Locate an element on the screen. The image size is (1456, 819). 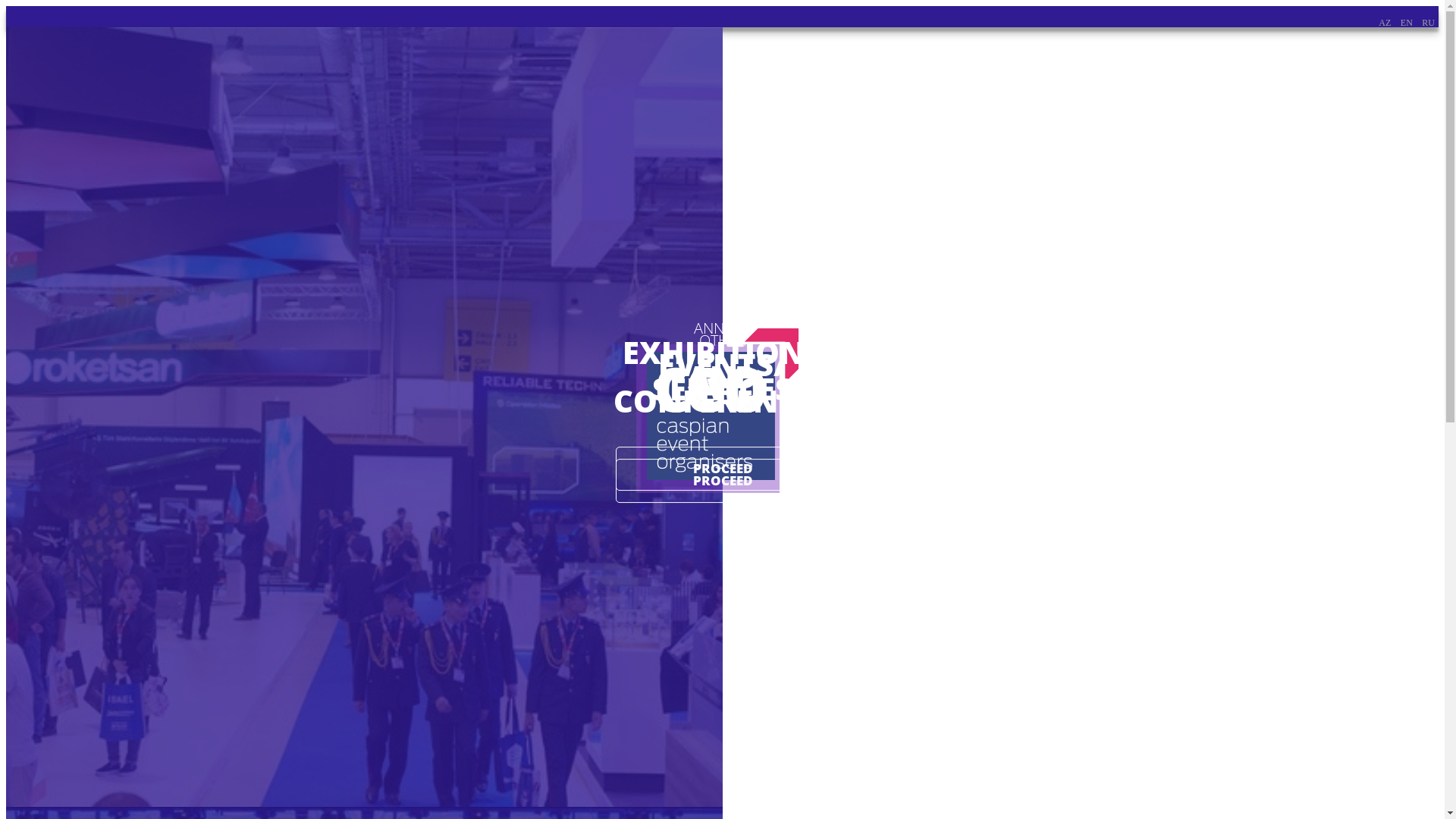
'AZ' is located at coordinates (1379, 23).